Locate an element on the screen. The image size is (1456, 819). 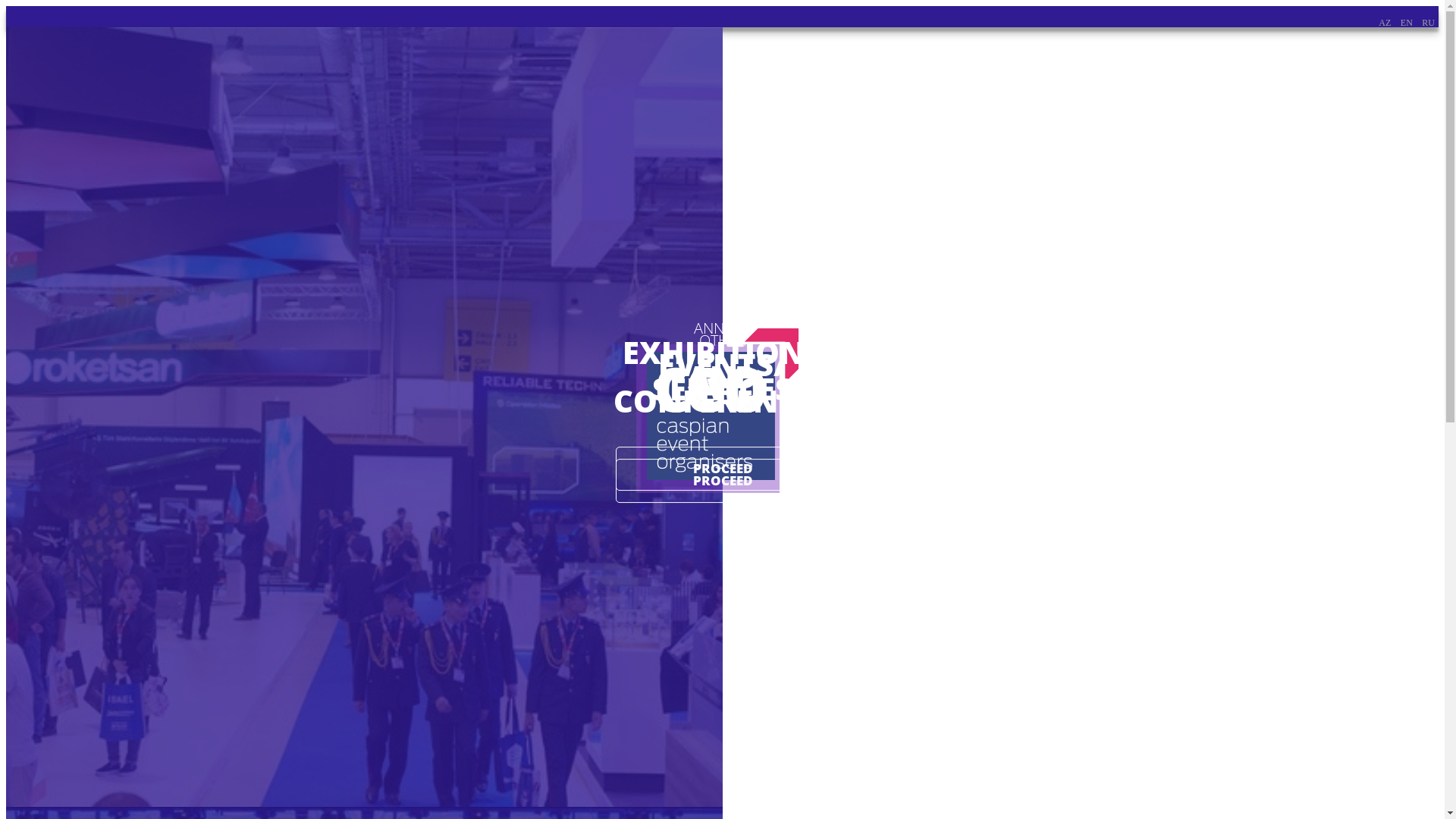
'AZ' is located at coordinates (1379, 23).